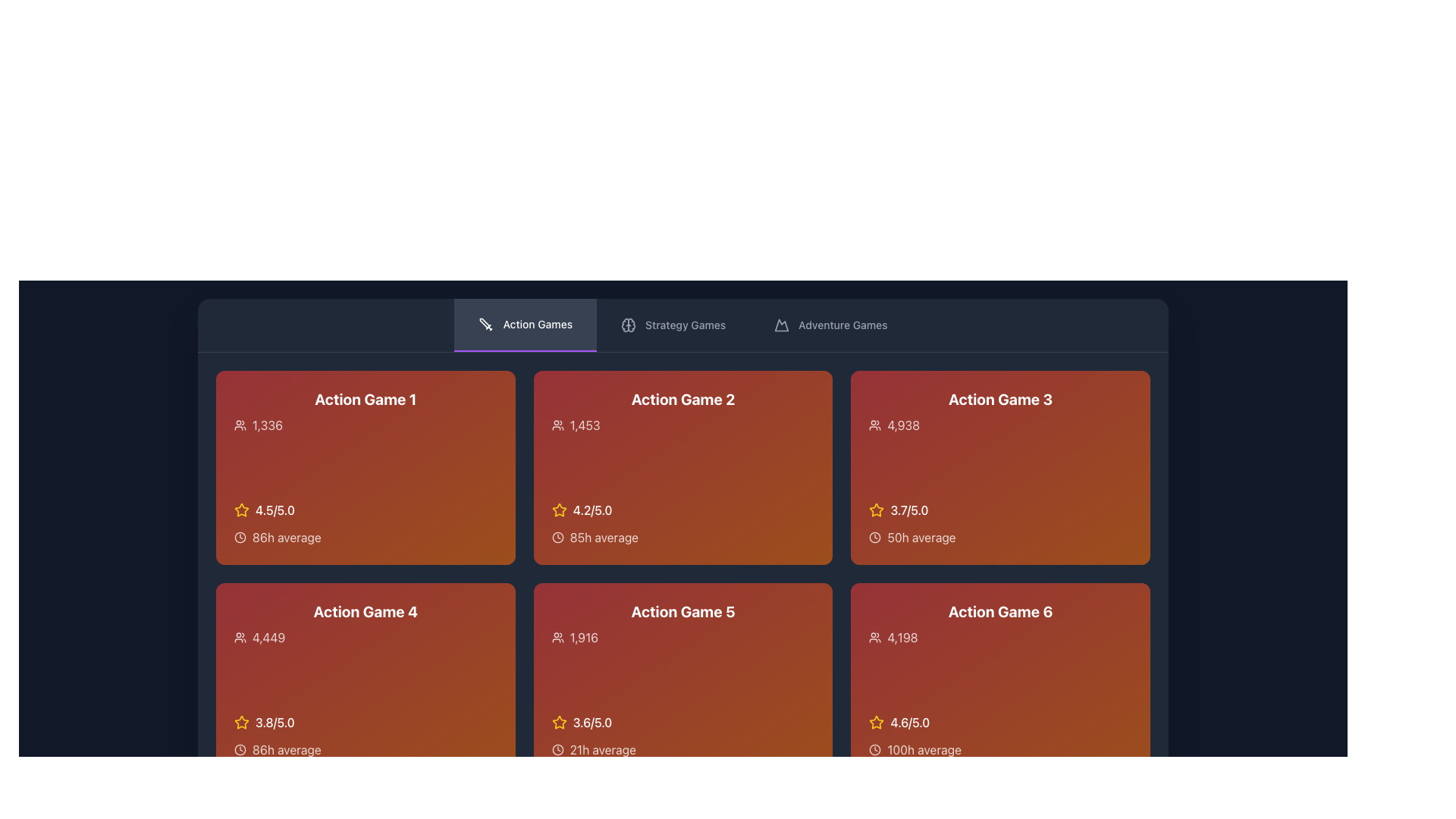 The height and width of the screenshot is (819, 1456). What do you see at coordinates (1000, 623) in the screenshot?
I see `displayed information from the text label titled 'Action Game 6' with the user count '4,198', located on the reddish-brown background card in the bottom-right of the grid layout` at bounding box center [1000, 623].